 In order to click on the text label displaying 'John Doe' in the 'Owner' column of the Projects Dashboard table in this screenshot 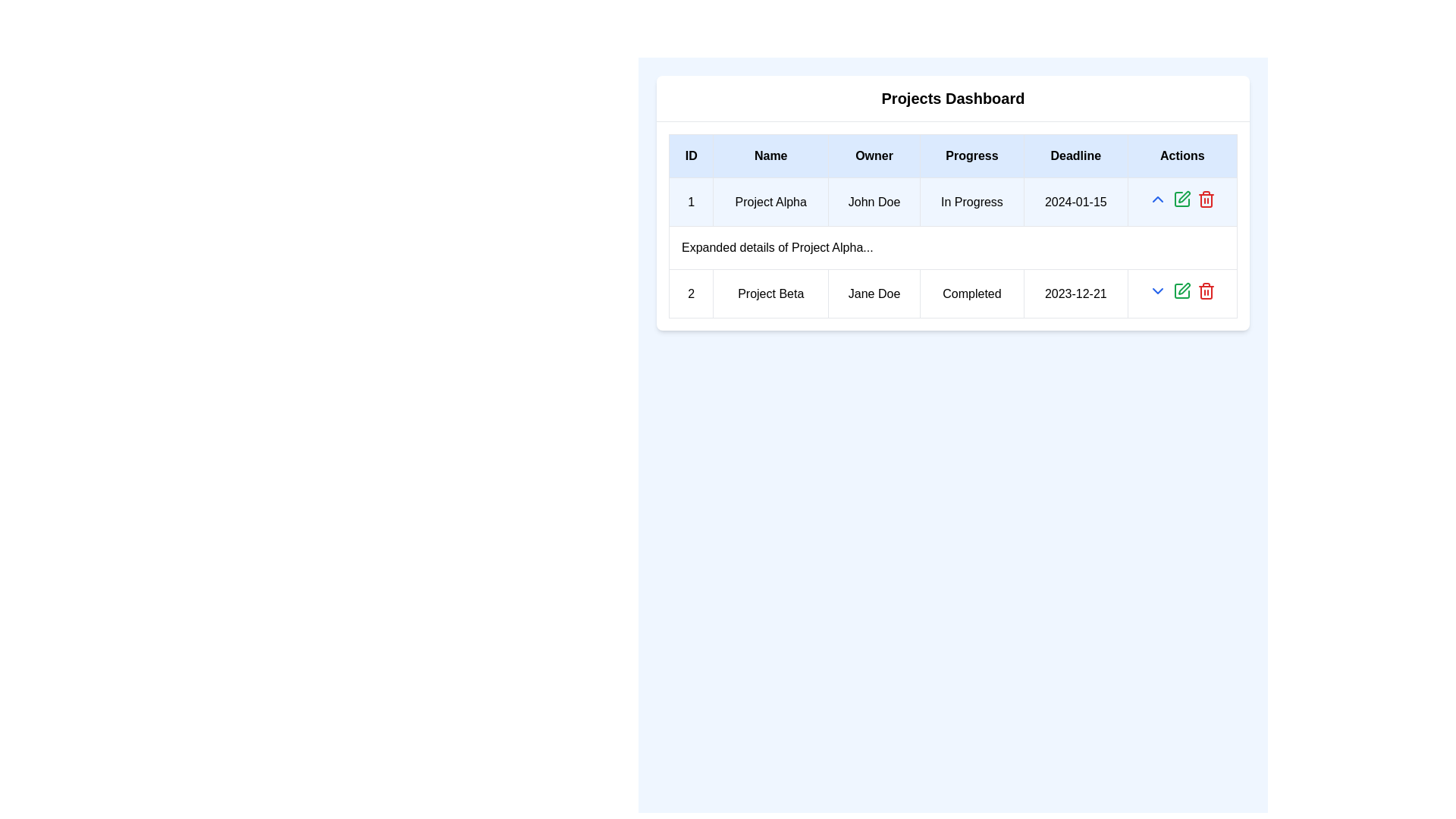, I will do `click(874, 201)`.